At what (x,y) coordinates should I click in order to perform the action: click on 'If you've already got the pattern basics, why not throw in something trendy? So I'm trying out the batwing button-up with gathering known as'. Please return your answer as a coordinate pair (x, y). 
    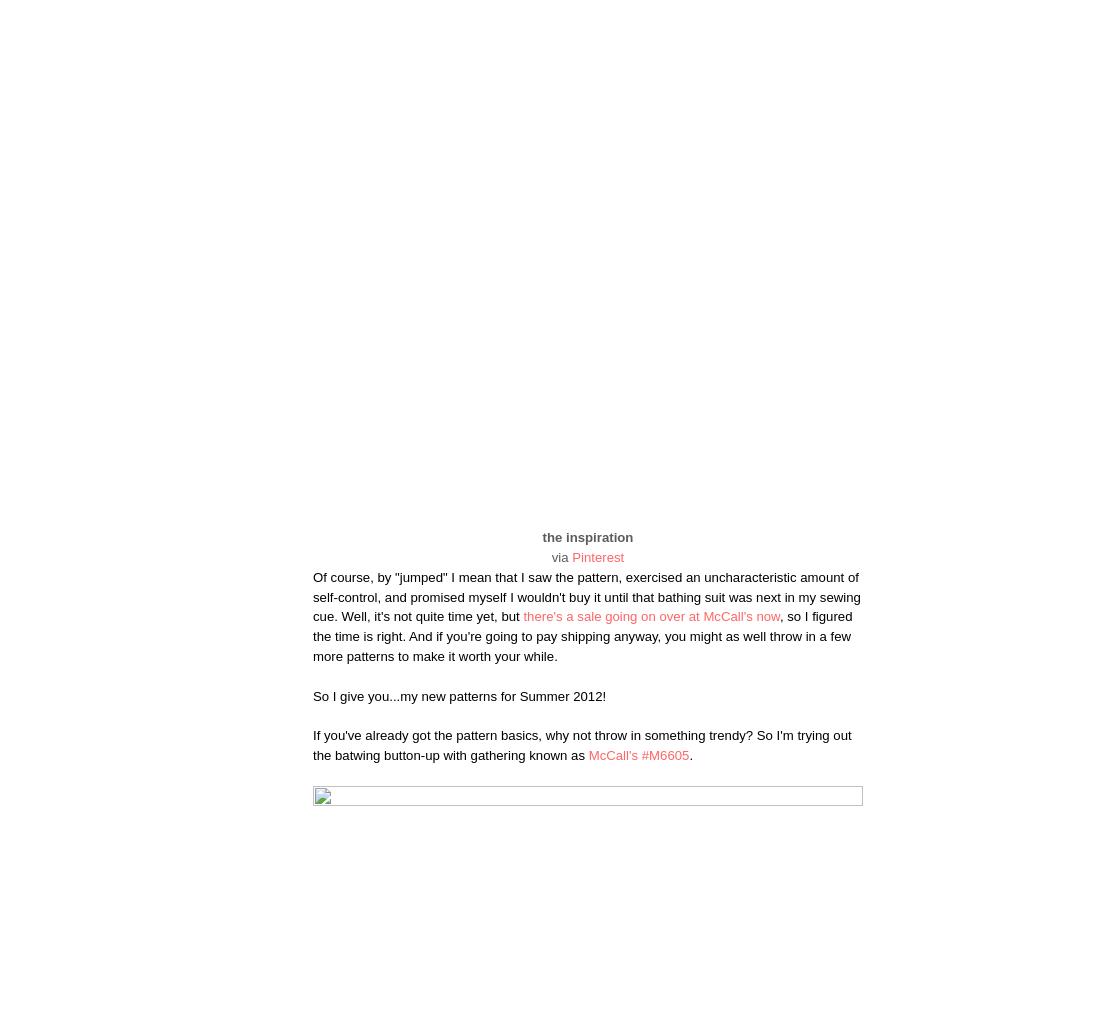
    Looking at the image, I should click on (582, 744).